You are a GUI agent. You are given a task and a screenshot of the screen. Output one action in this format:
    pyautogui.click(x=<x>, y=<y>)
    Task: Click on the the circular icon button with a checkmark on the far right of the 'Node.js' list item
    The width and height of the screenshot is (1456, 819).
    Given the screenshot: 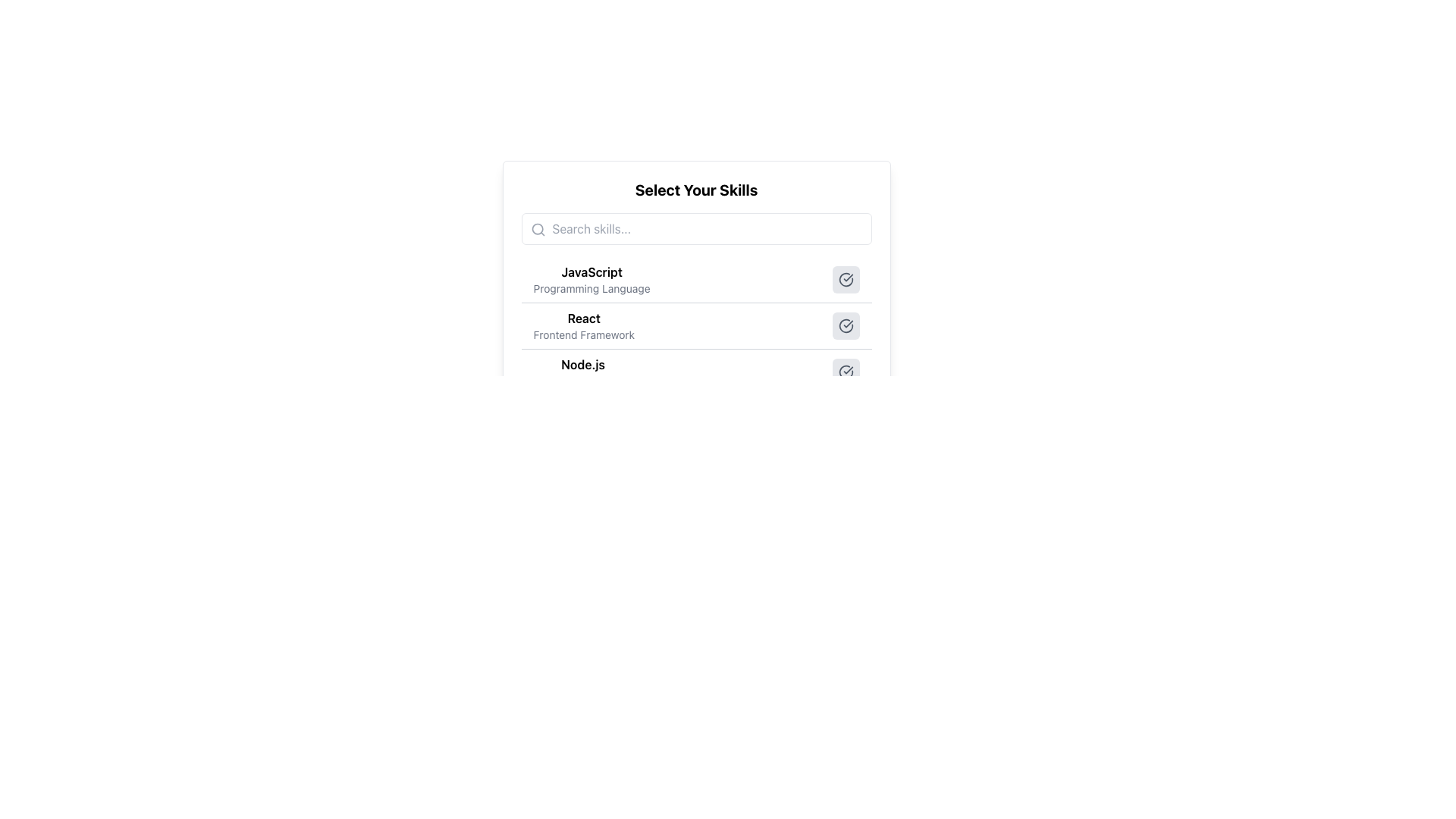 What is the action you would take?
    pyautogui.click(x=845, y=372)
    